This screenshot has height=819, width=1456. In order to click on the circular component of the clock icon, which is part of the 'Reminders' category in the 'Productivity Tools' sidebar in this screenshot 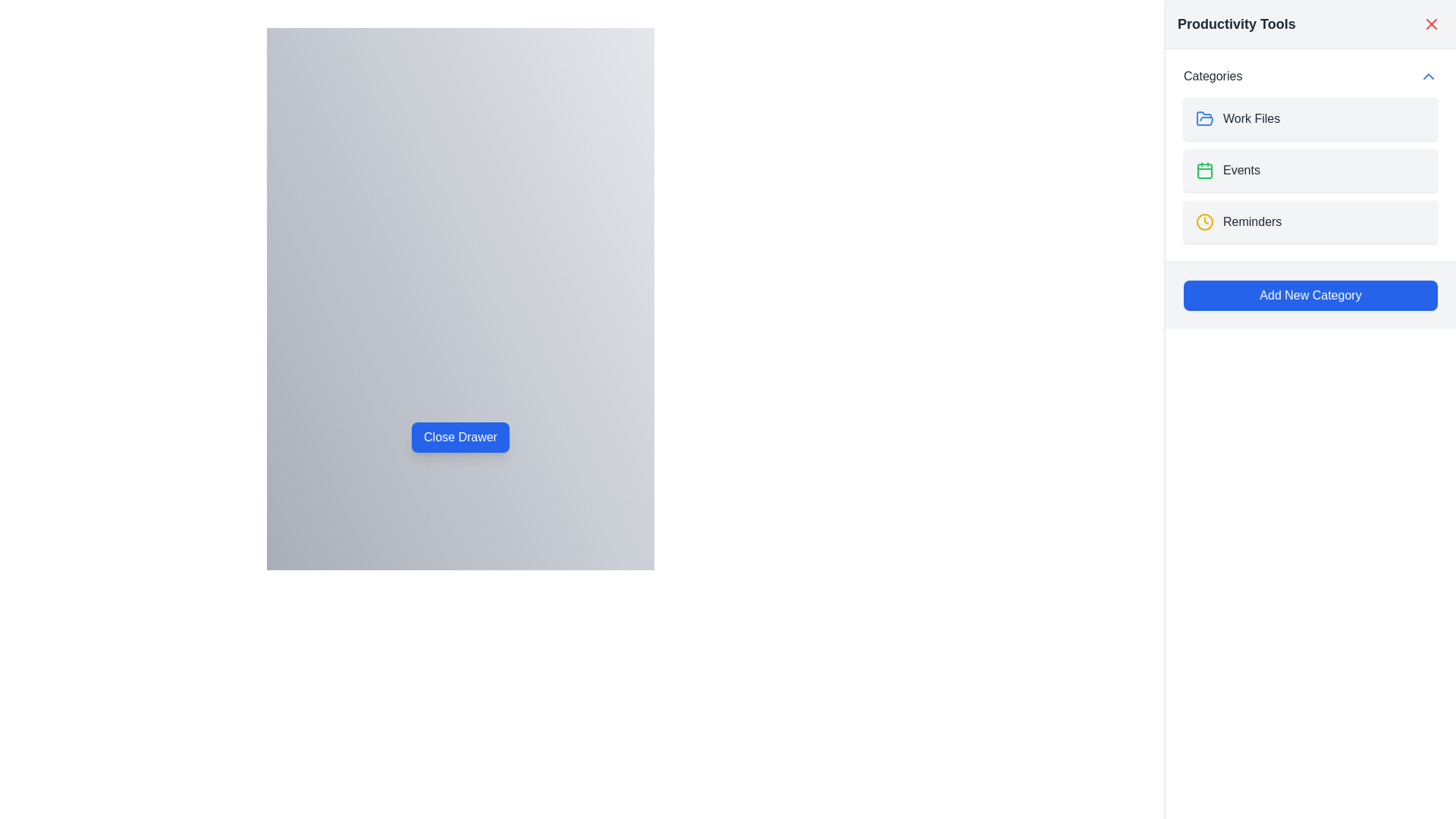, I will do `click(1203, 222)`.